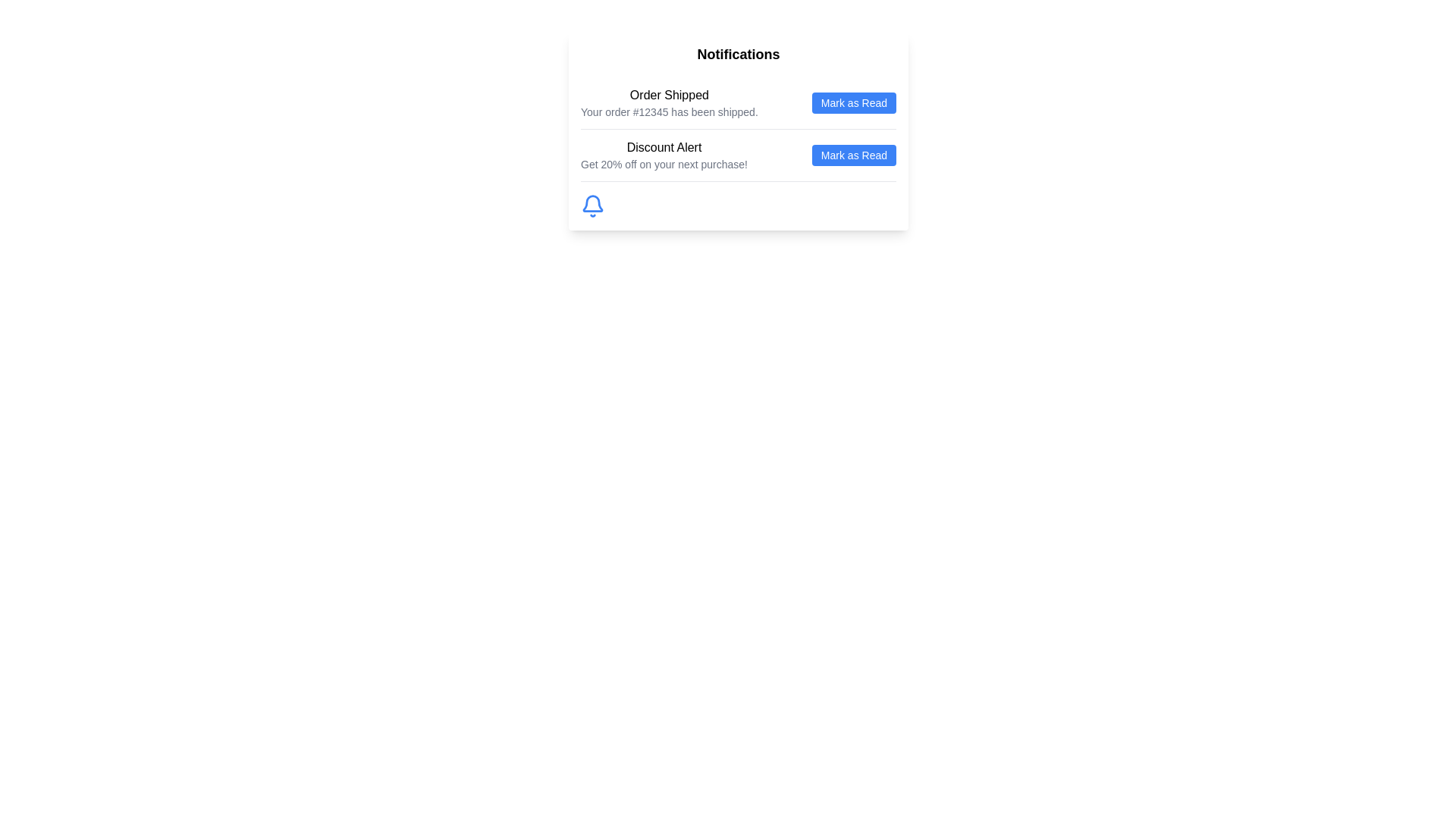 This screenshot has width=1456, height=819. I want to click on details of the discount notification displayed in the text area that shows 'Discount Alert' and 'Get 20% off on your next purchase!', so click(664, 155).